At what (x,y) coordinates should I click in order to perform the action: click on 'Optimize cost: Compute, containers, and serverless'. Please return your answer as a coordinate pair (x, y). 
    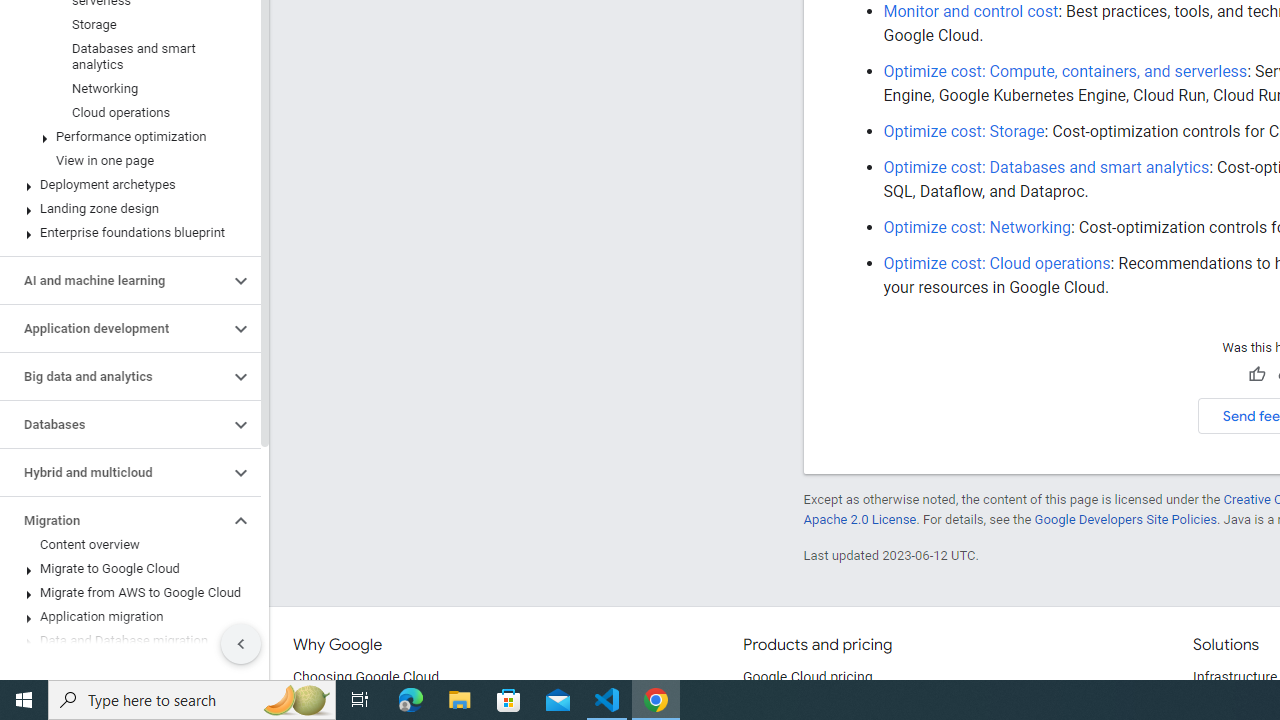
    Looking at the image, I should click on (1064, 70).